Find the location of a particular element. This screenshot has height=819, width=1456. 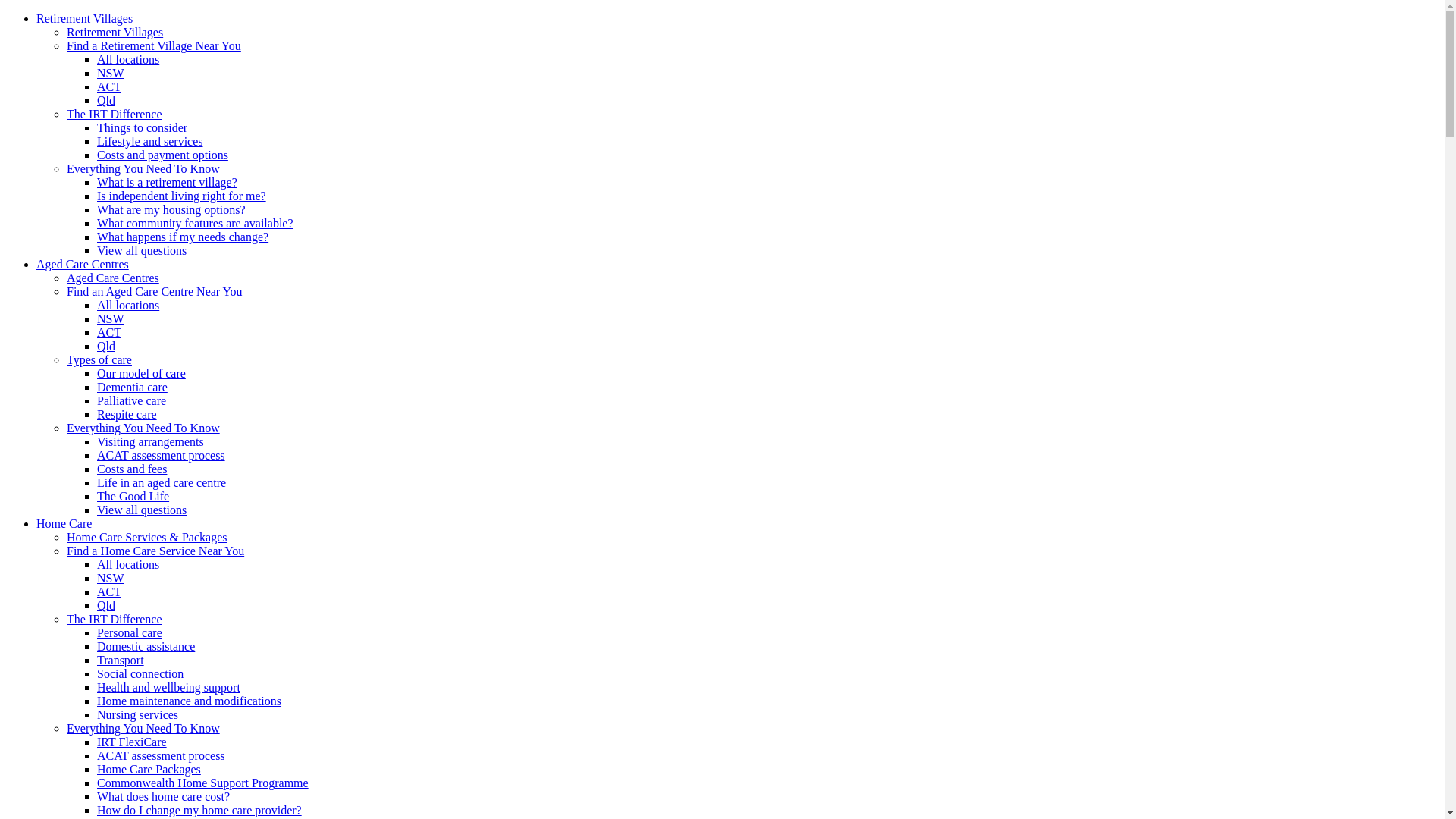

'Personal care' is located at coordinates (96, 632).